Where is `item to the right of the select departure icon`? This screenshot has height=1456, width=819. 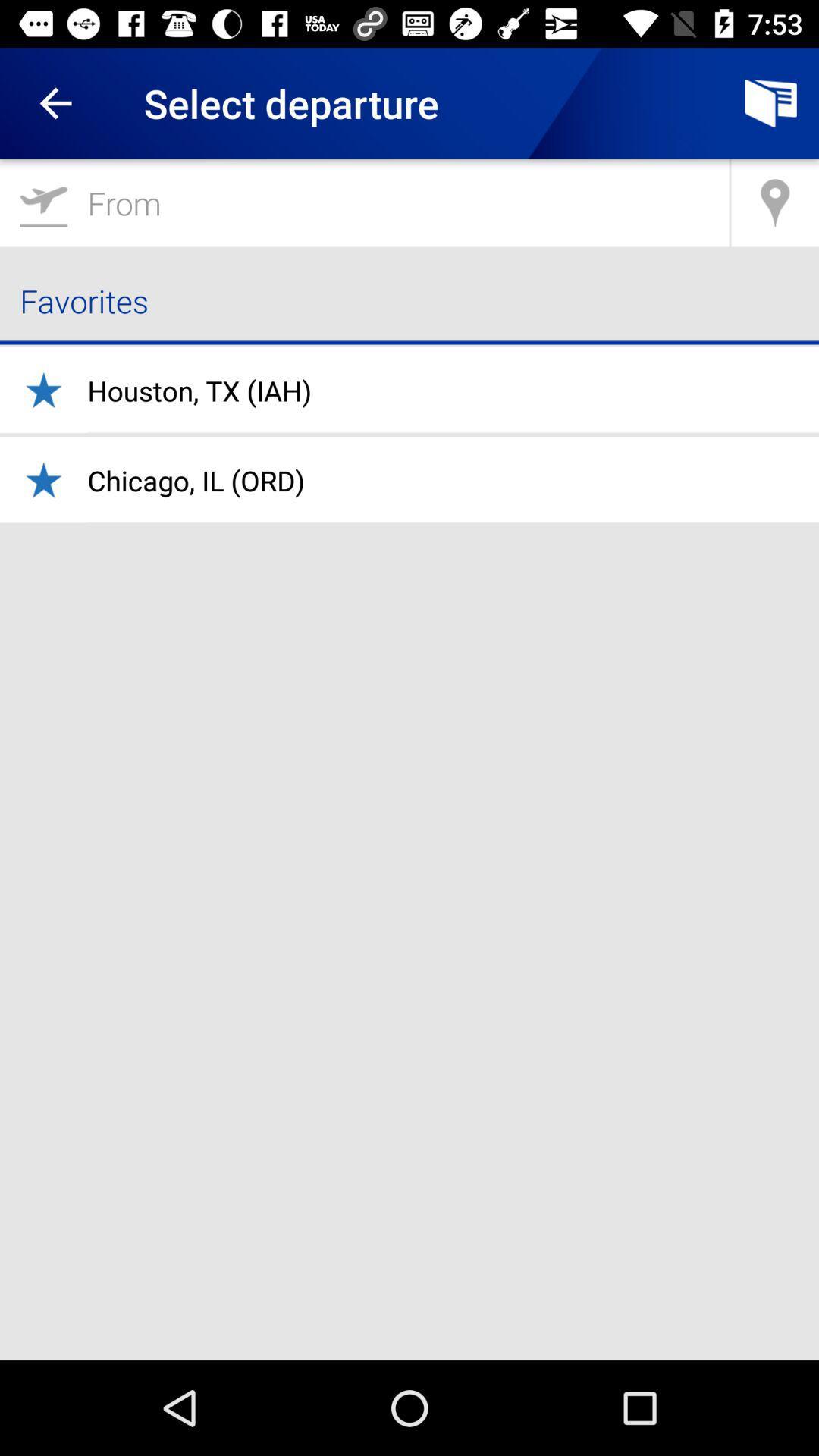
item to the right of the select departure icon is located at coordinates (771, 102).